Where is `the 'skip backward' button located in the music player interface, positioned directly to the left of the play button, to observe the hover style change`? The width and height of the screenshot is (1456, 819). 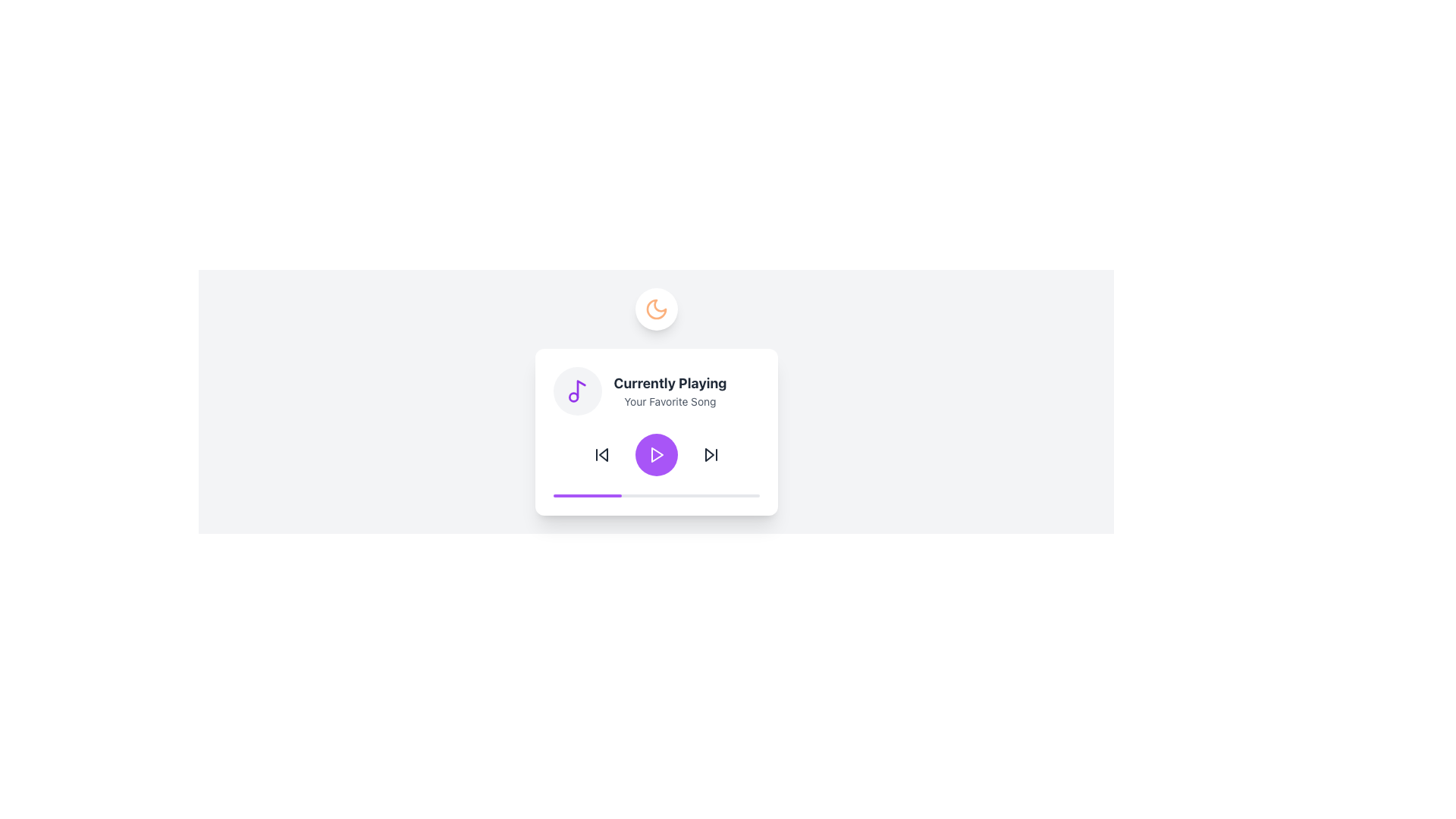 the 'skip backward' button located in the music player interface, positioned directly to the left of the play button, to observe the hover style change is located at coordinates (601, 454).